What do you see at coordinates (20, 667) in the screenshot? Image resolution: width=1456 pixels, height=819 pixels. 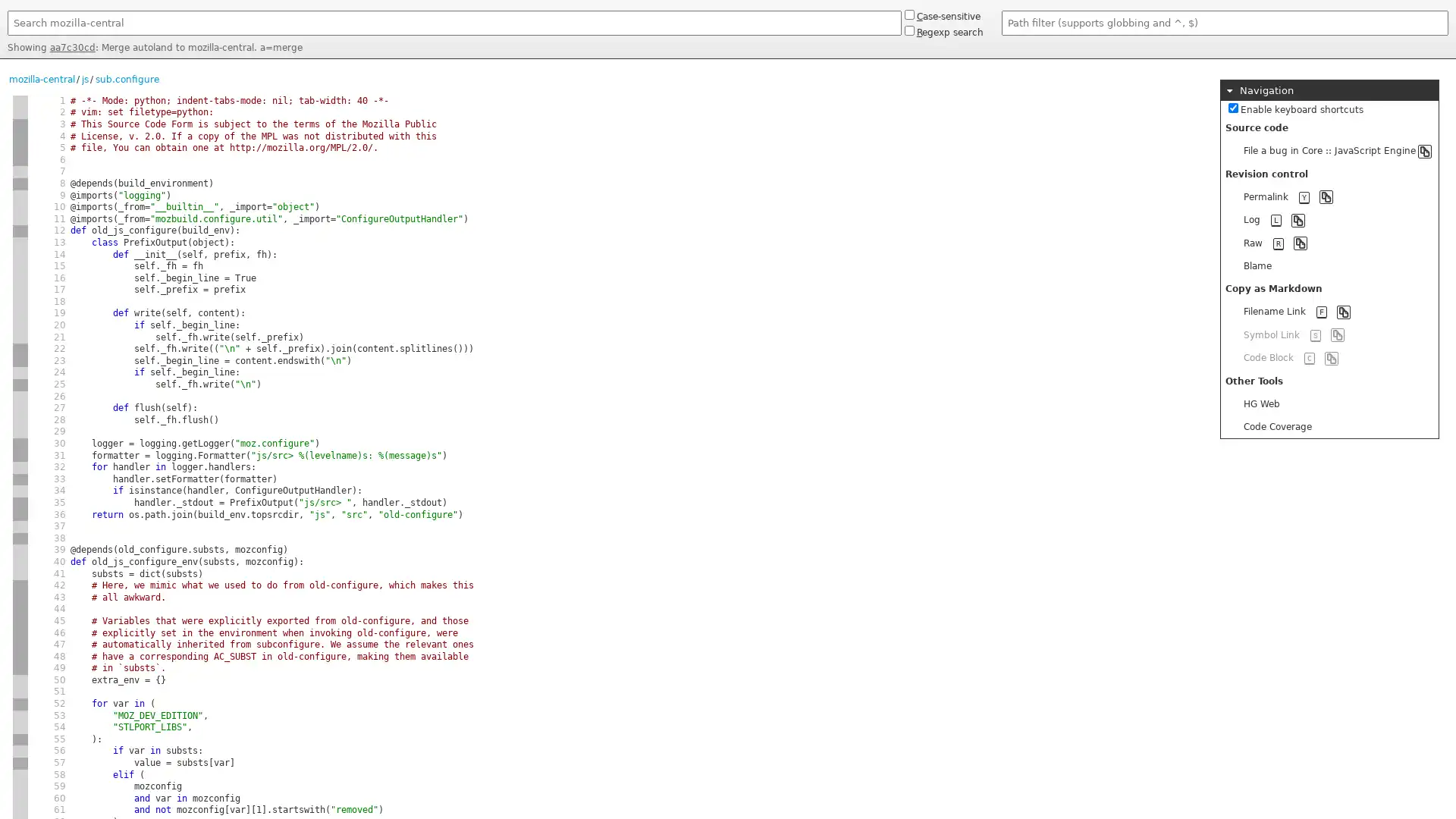 I see `same hash 2` at bounding box center [20, 667].